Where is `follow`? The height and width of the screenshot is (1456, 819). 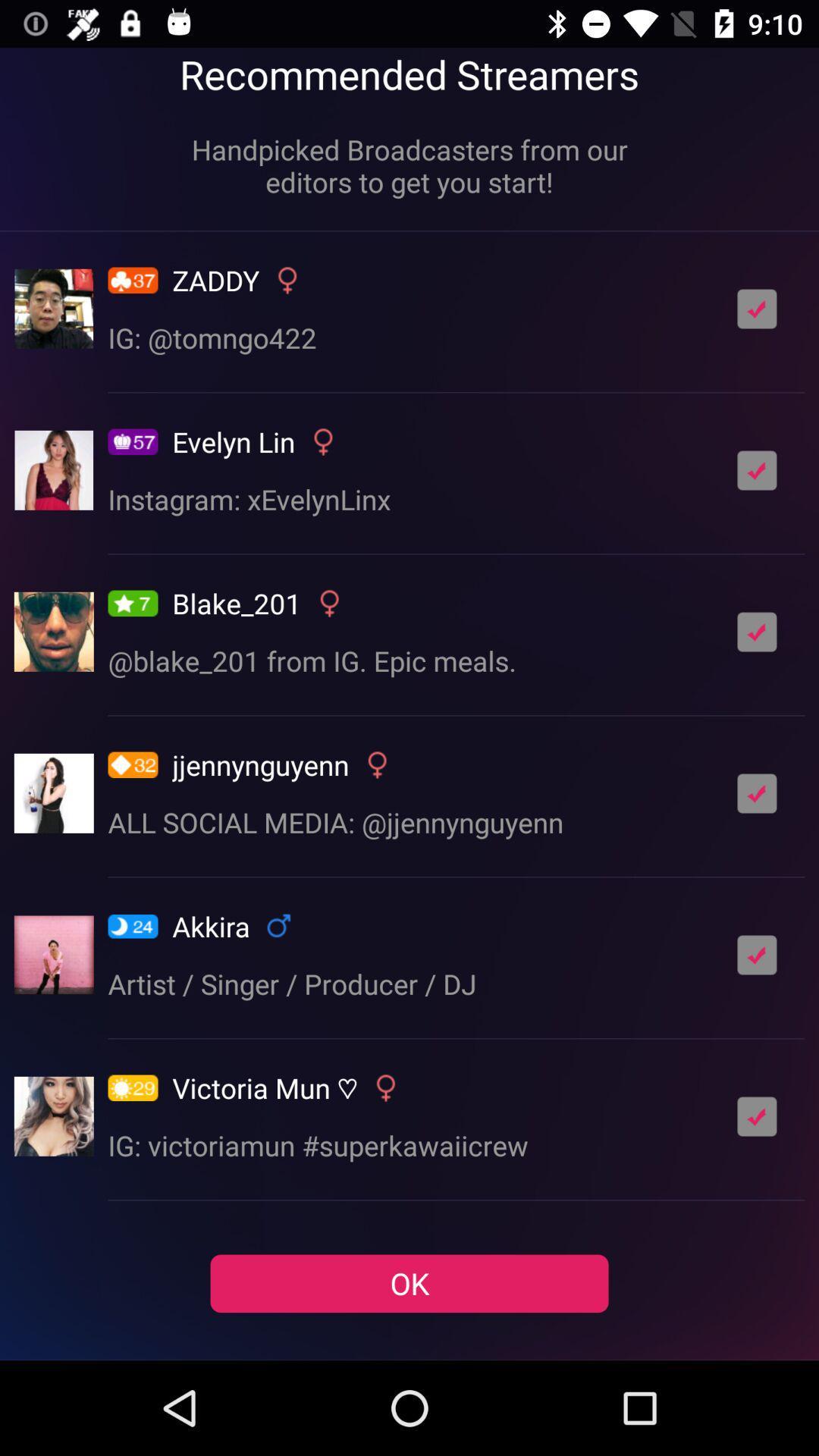
follow is located at coordinates (757, 308).